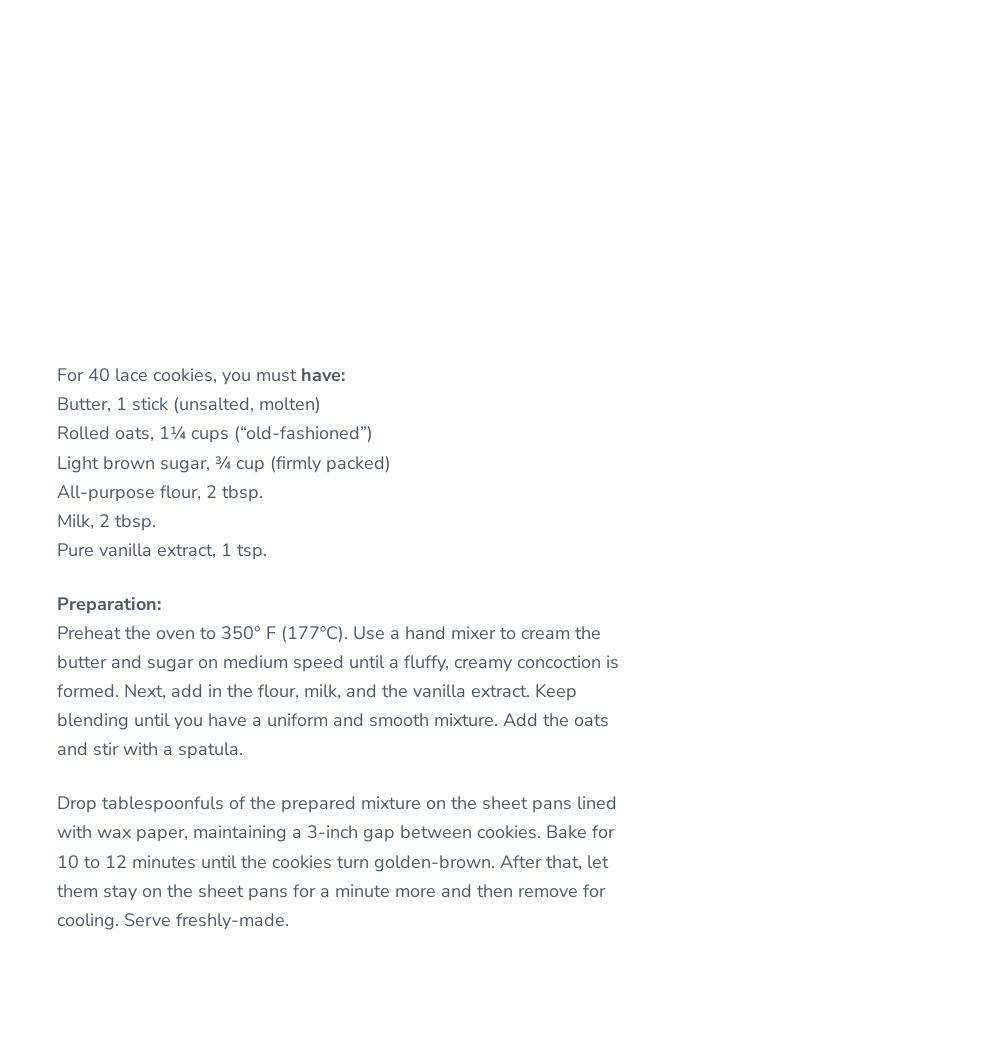 The width and height of the screenshot is (984, 1061). What do you see at coordinates (178, 374) in the screenshot?
I see `'For 40 lace cookies, you must'` at bounding box center [178, 374].